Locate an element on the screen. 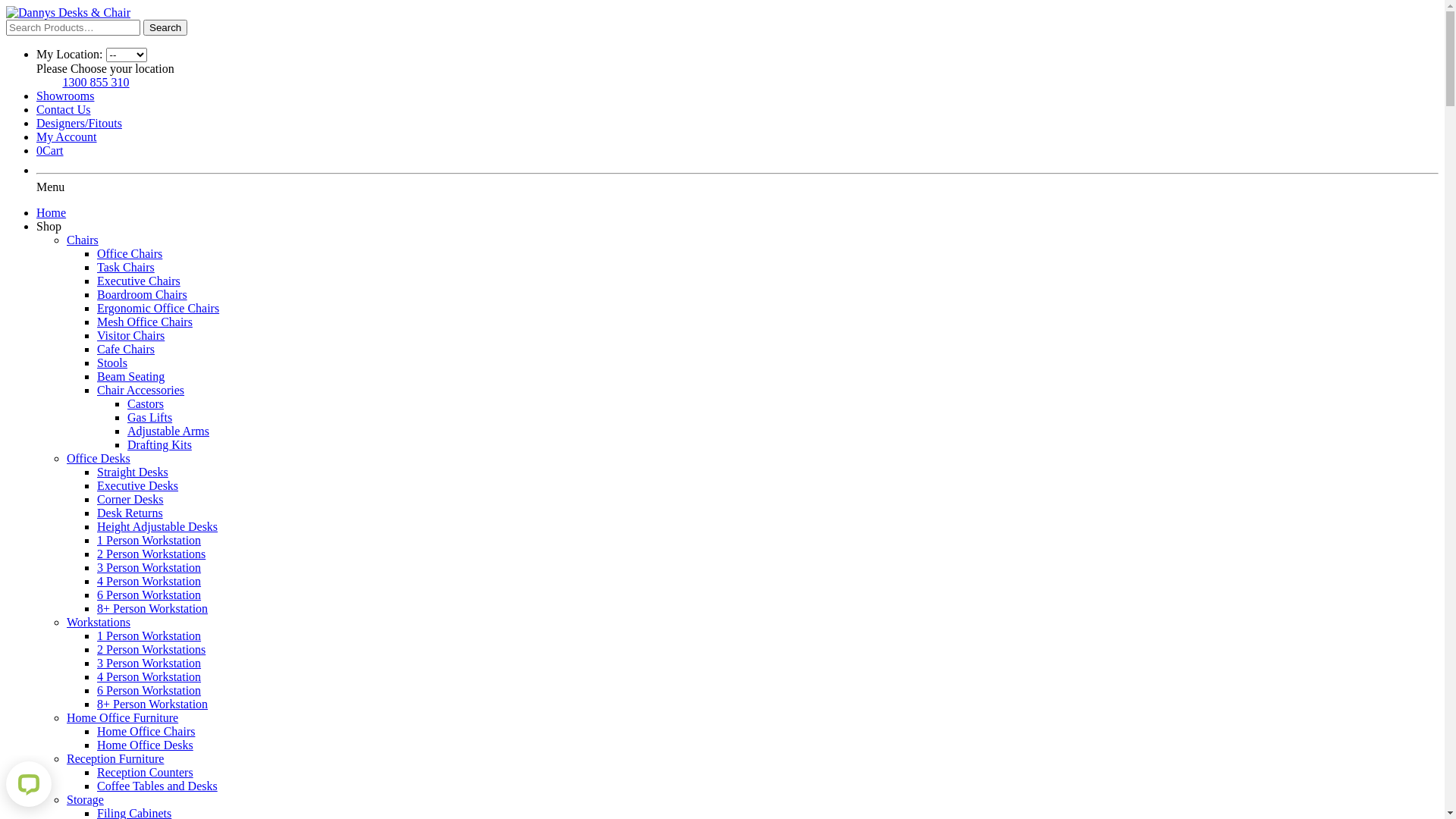 Image resolution: width=1456 pixels, height=819 pixels. 'Home' is located at coordinates (51, 212).